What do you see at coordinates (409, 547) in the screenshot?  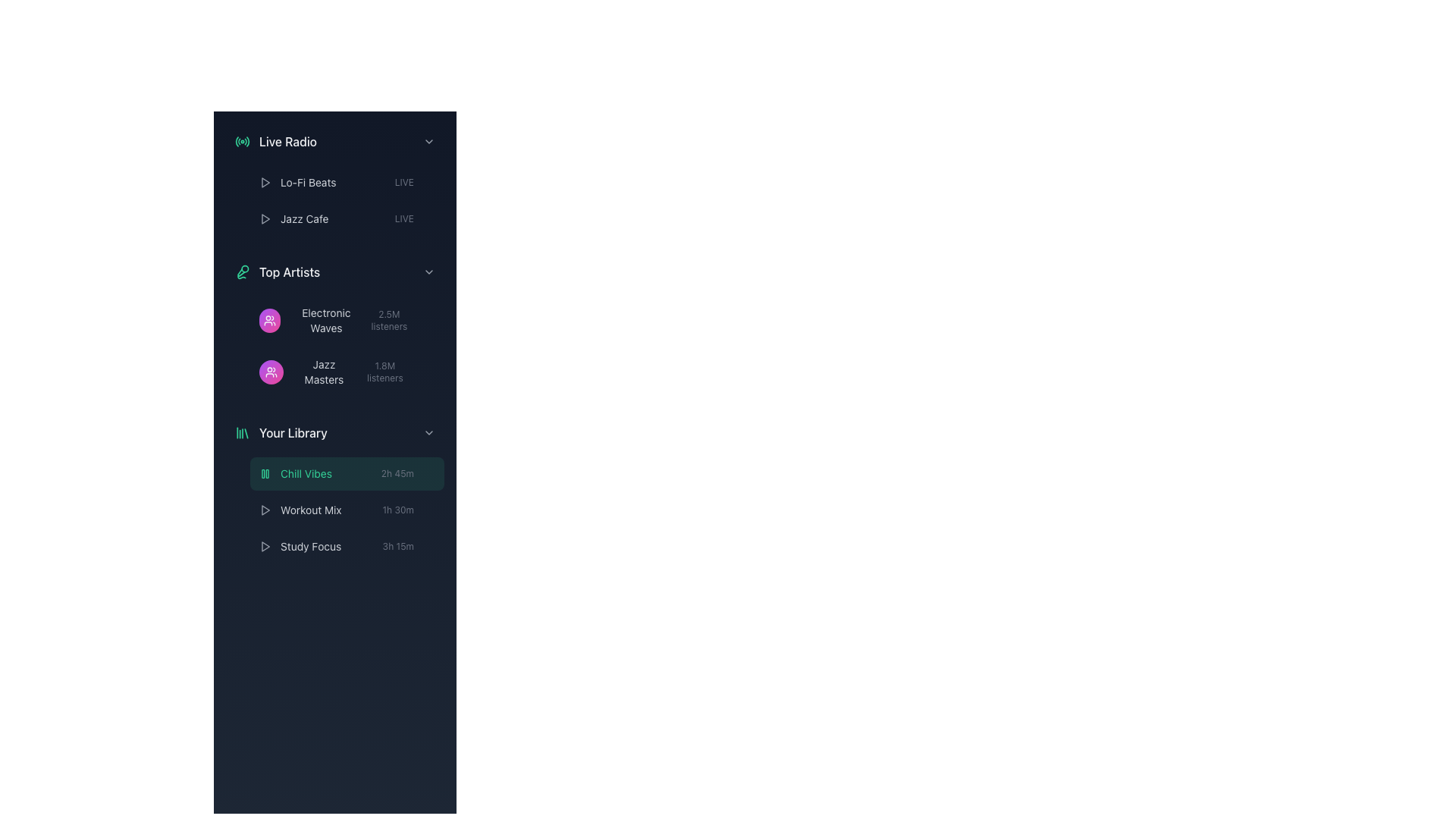 I see `the text label displaying '3h 15m' in the lower-right corner of the 'Study Focus' entry within the 'Your Library' section` at bounding box center [409, 547].